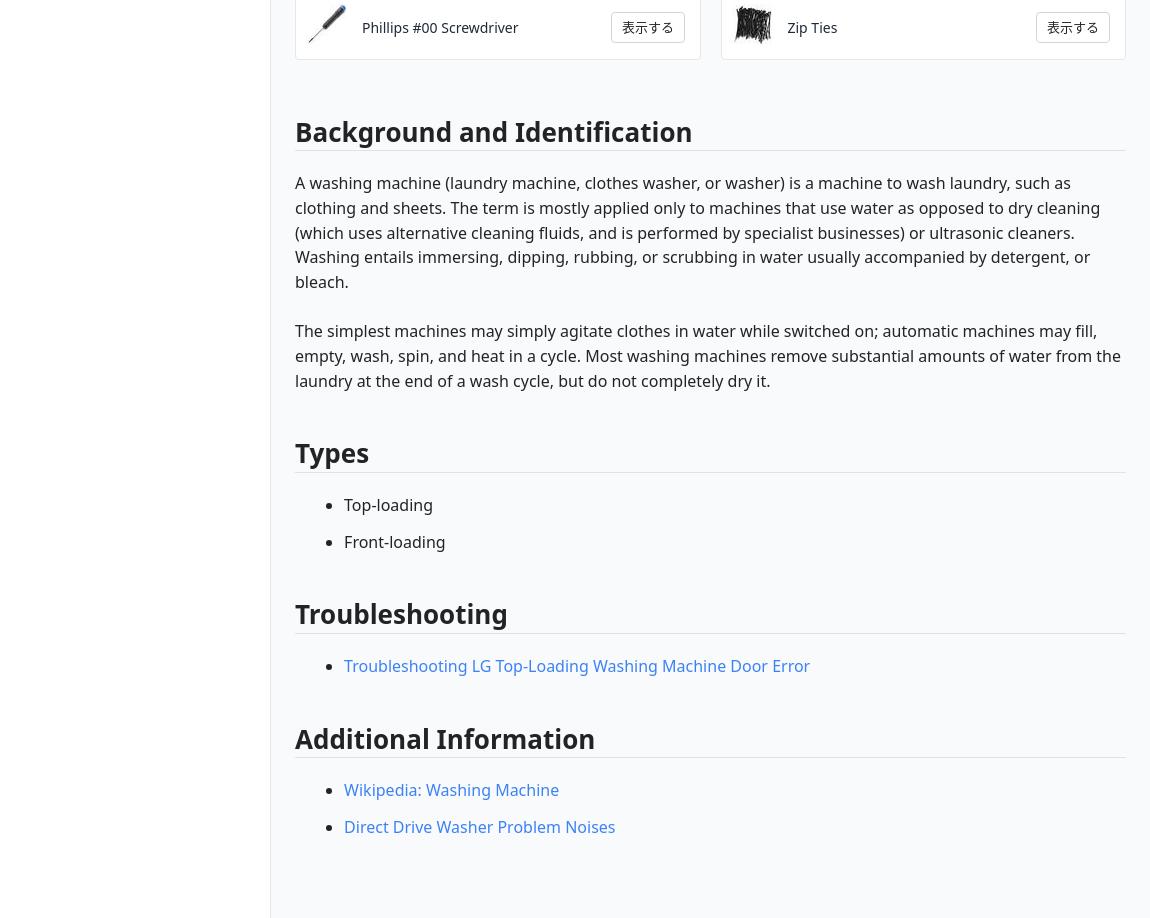 The width and height of the screenshot is (1150, 918). I want to click on 'Troubleshooting', so click(401, 613).